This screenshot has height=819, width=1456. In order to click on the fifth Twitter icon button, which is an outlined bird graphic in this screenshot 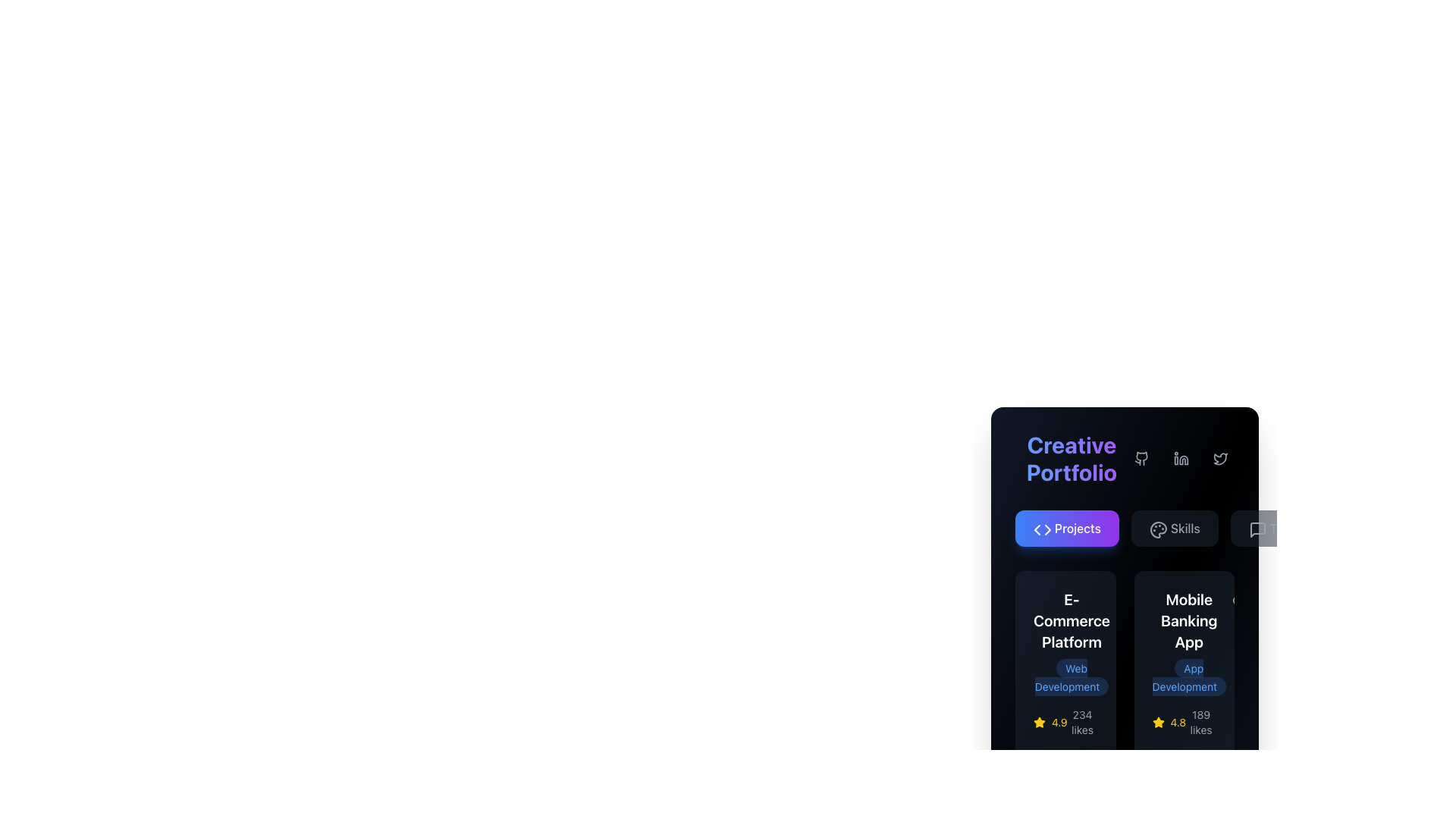, I will do `click(1220, 458)`.